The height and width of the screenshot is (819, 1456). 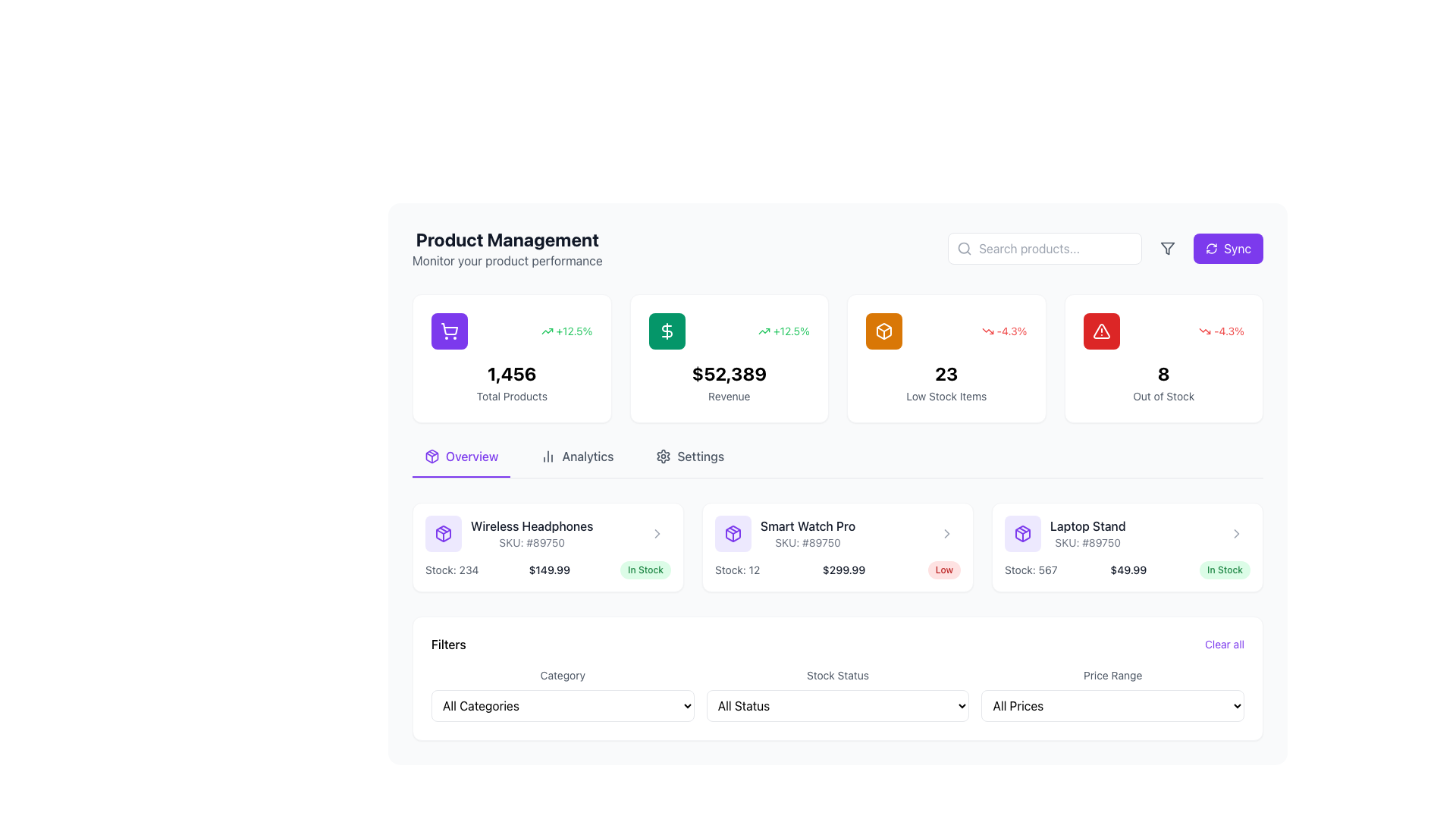 I want to click on stock value displayed as 'Stock: 567' in gray text, which is the first text element in the product card for 'Laptop Stand', so click(x=1031, y=570).